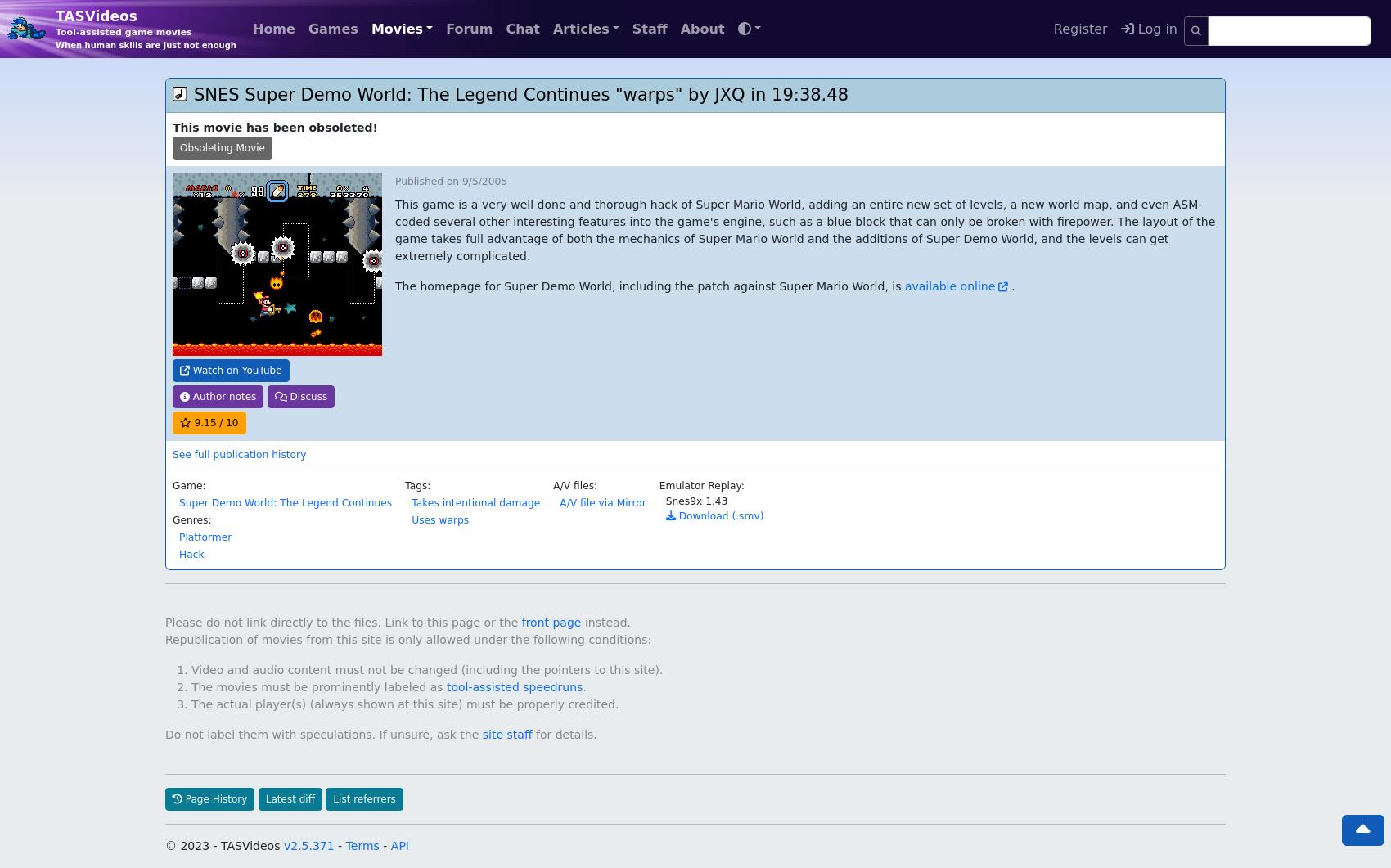  What do you see at coordinates (308, 809) in the screenshot?
I see `'v2.5.371'` at bounding box center [308, 809].